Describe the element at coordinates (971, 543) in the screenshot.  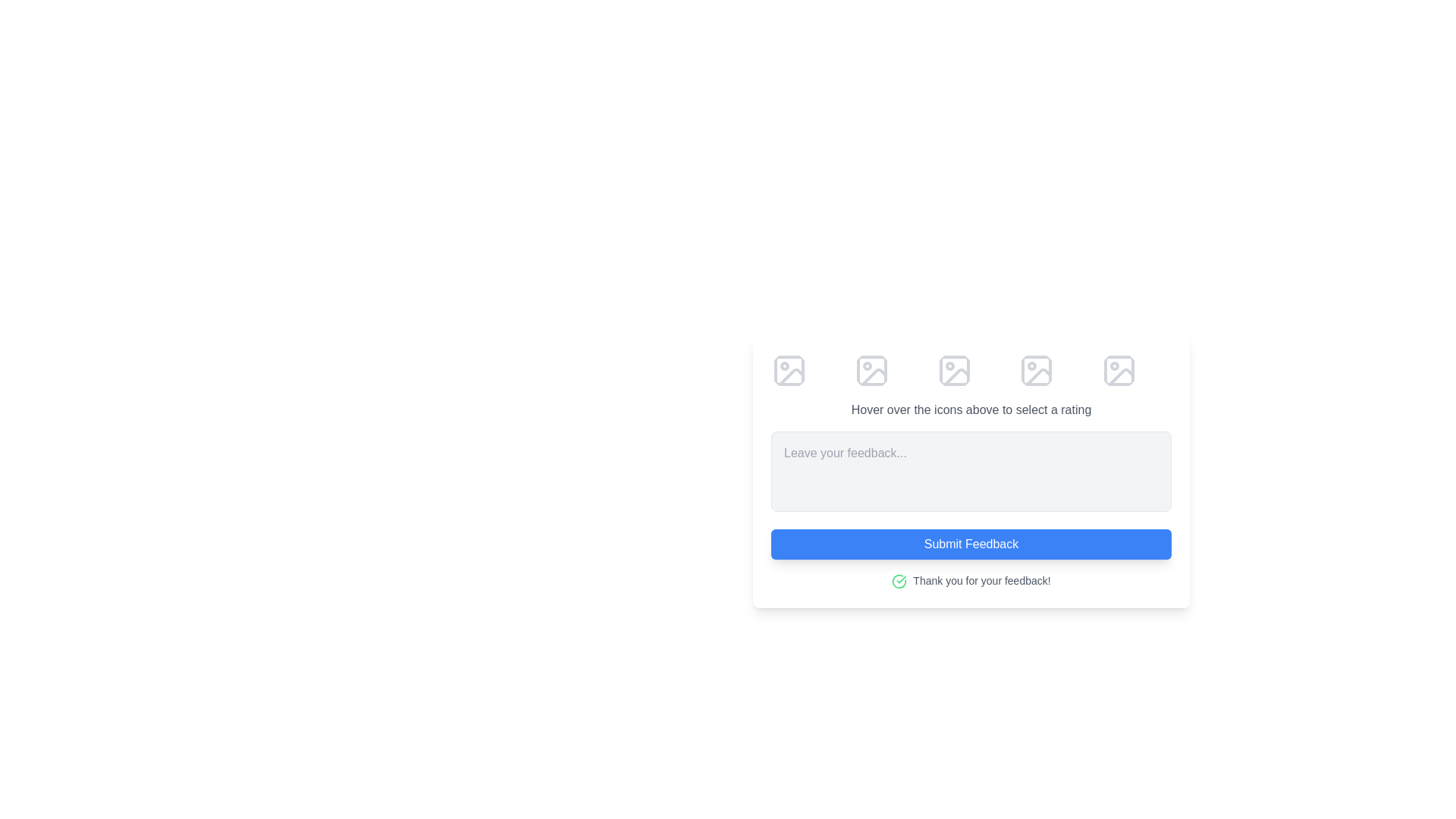
I see `the 'Submit Feedback' button for keyboard navigation` at that location.